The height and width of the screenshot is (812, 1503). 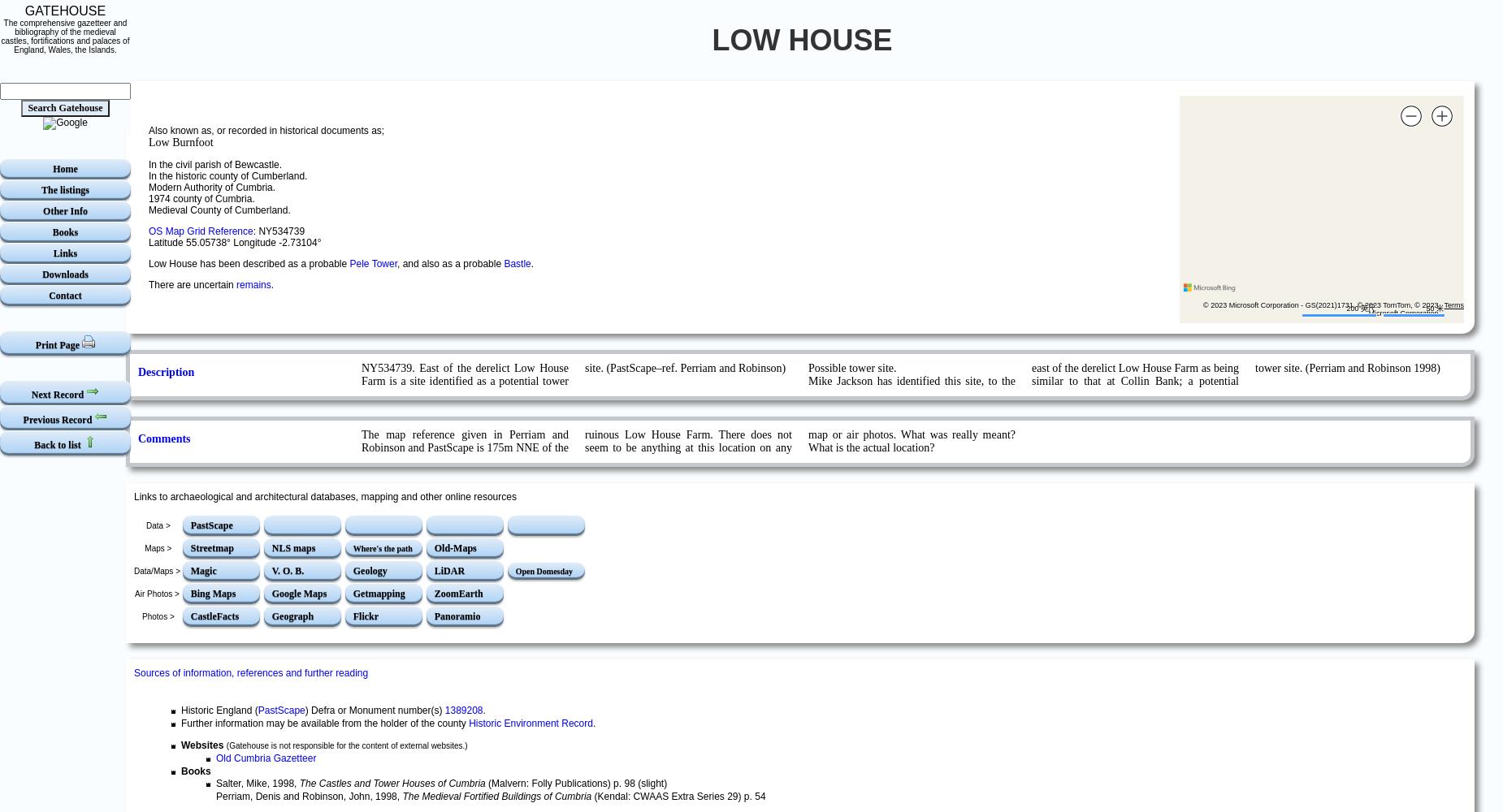 I want to click on '(Malvern: Folly Publications) p. 98 (slight)', so click(x=575, y=783).